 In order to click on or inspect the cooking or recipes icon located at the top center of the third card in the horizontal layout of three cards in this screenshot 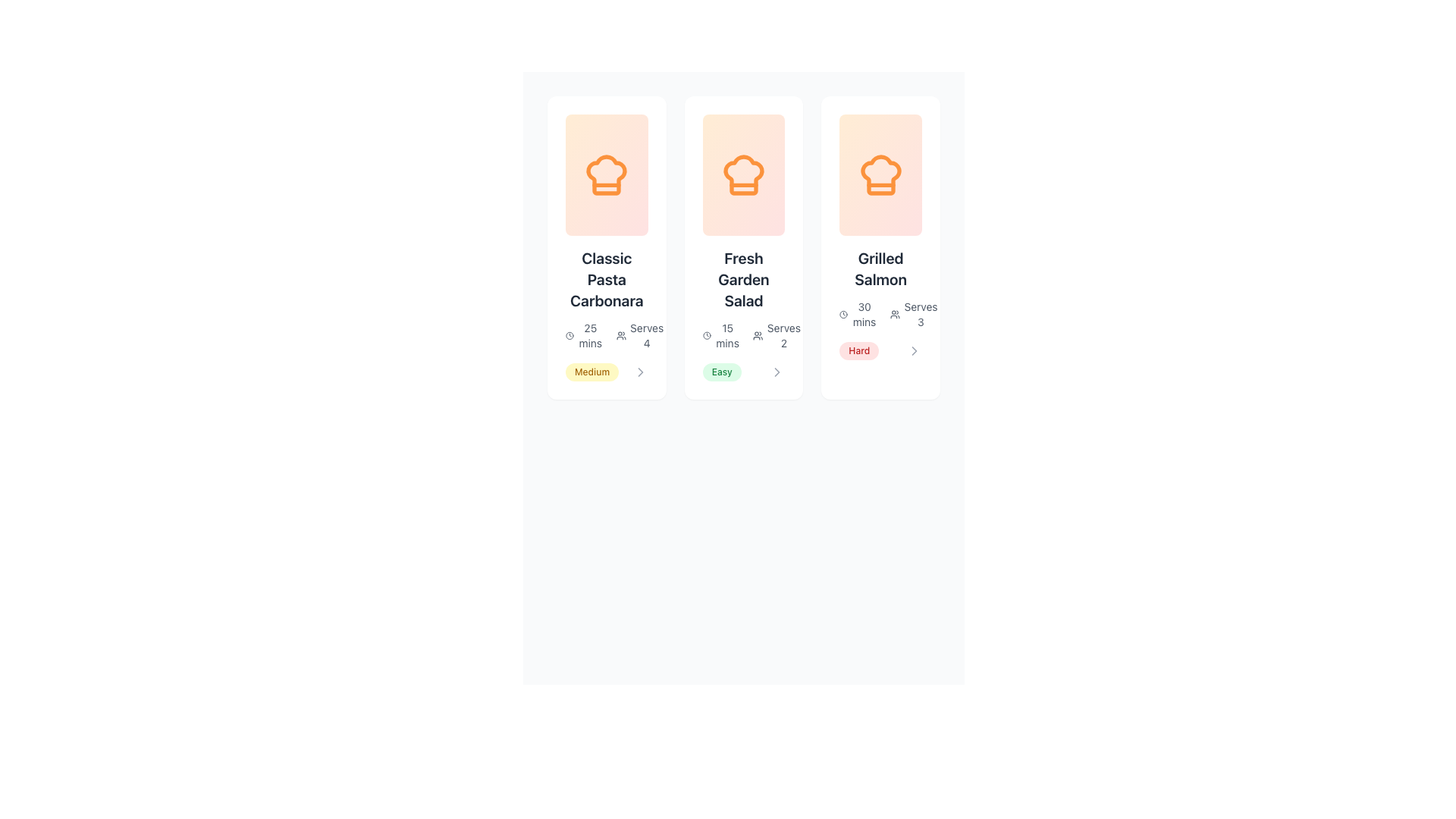, I will do `click(880, 174)`.